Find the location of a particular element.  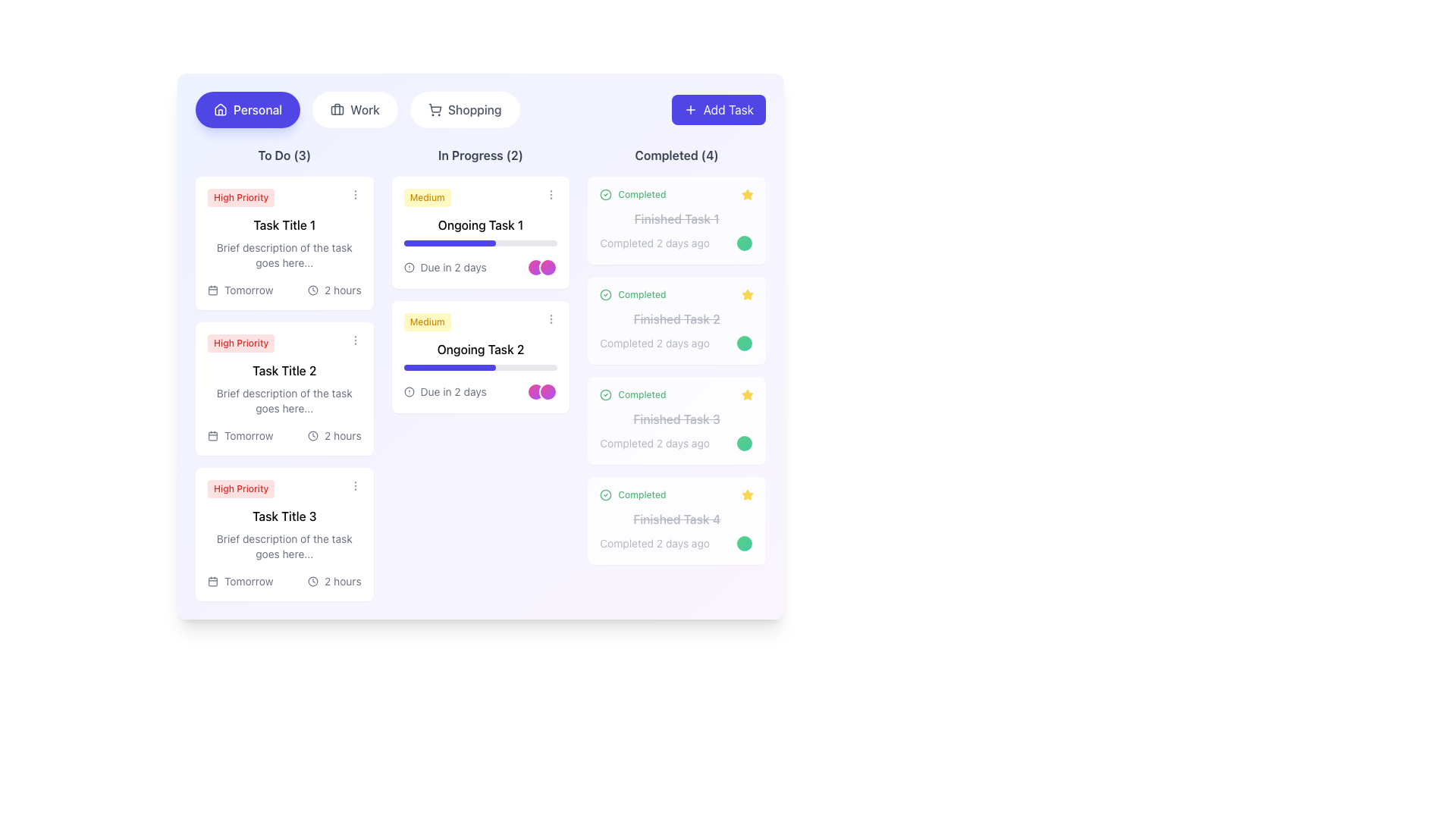

the 'High Priority' label with red text in the upper-left section of the task card titled 'Task Title 1' in the 'To Do' column is located at coordinates (284, 197).